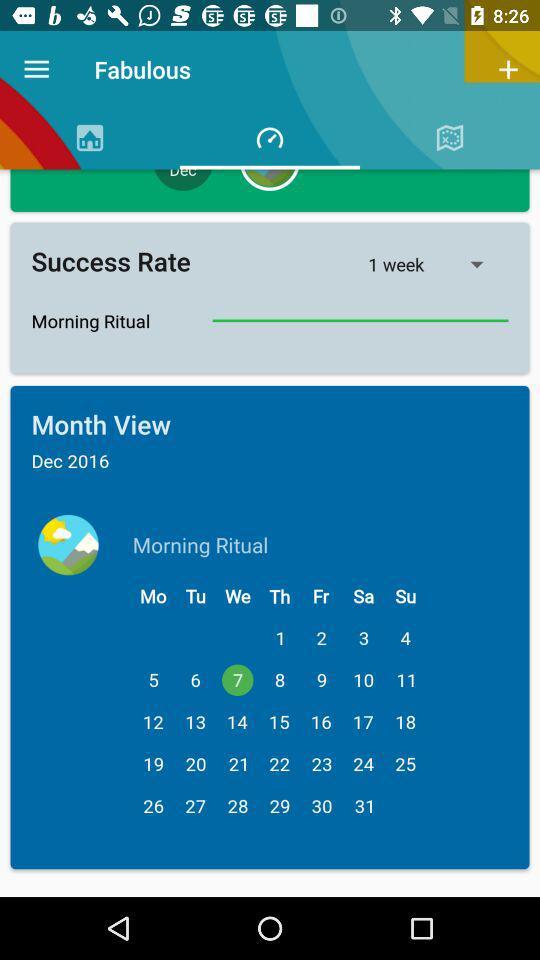  I want to click on text which is beside success rate, so click(437, 263).